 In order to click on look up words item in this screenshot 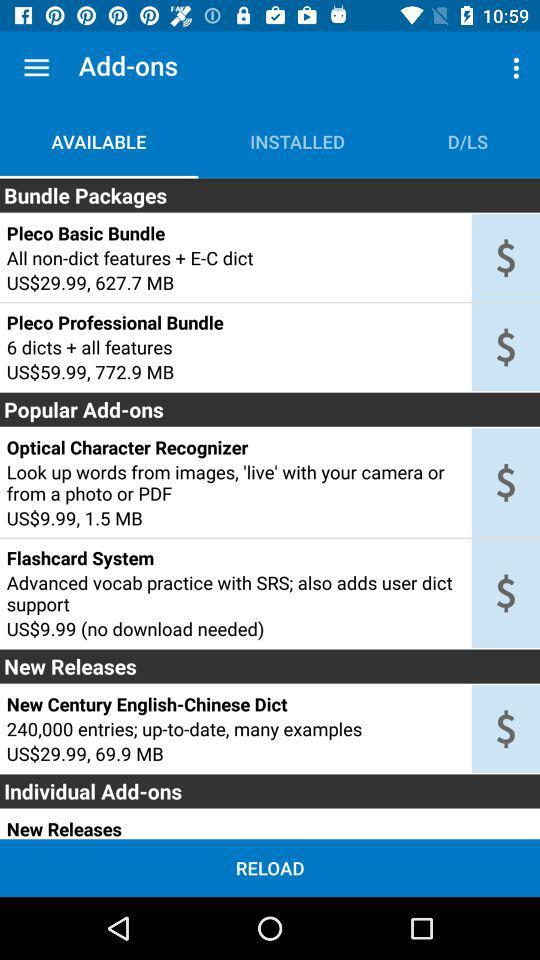, I will do `click(234, 481)`.